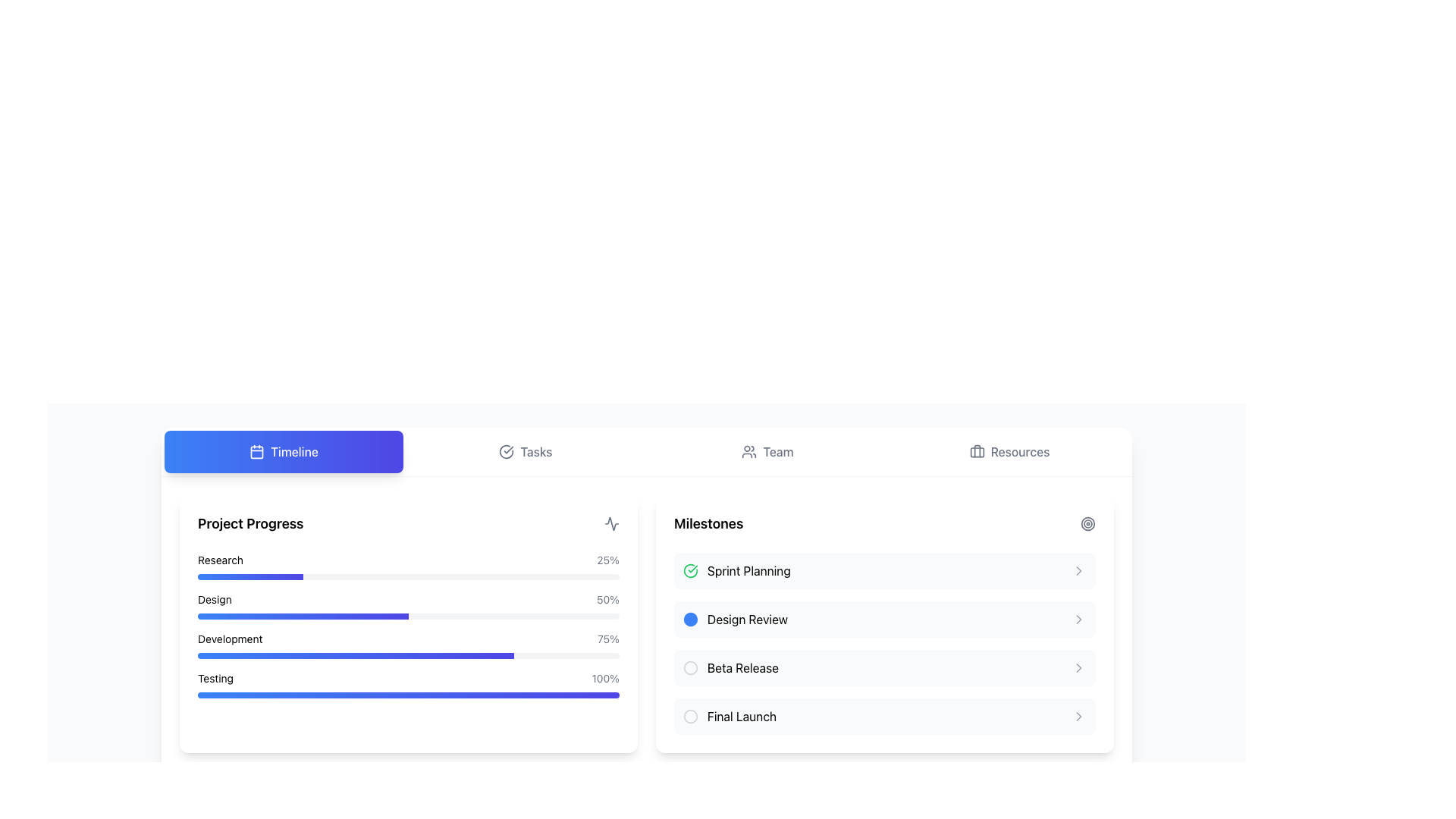  What do you see at coordinates (408, 576) in the screenshot?
I see `the progress visually on the 'Research' progress bar located in the 'Project Progress' section of the left panel below the 'Timeline' tab, which shows 25% completion` at bounding box center [408, 576].